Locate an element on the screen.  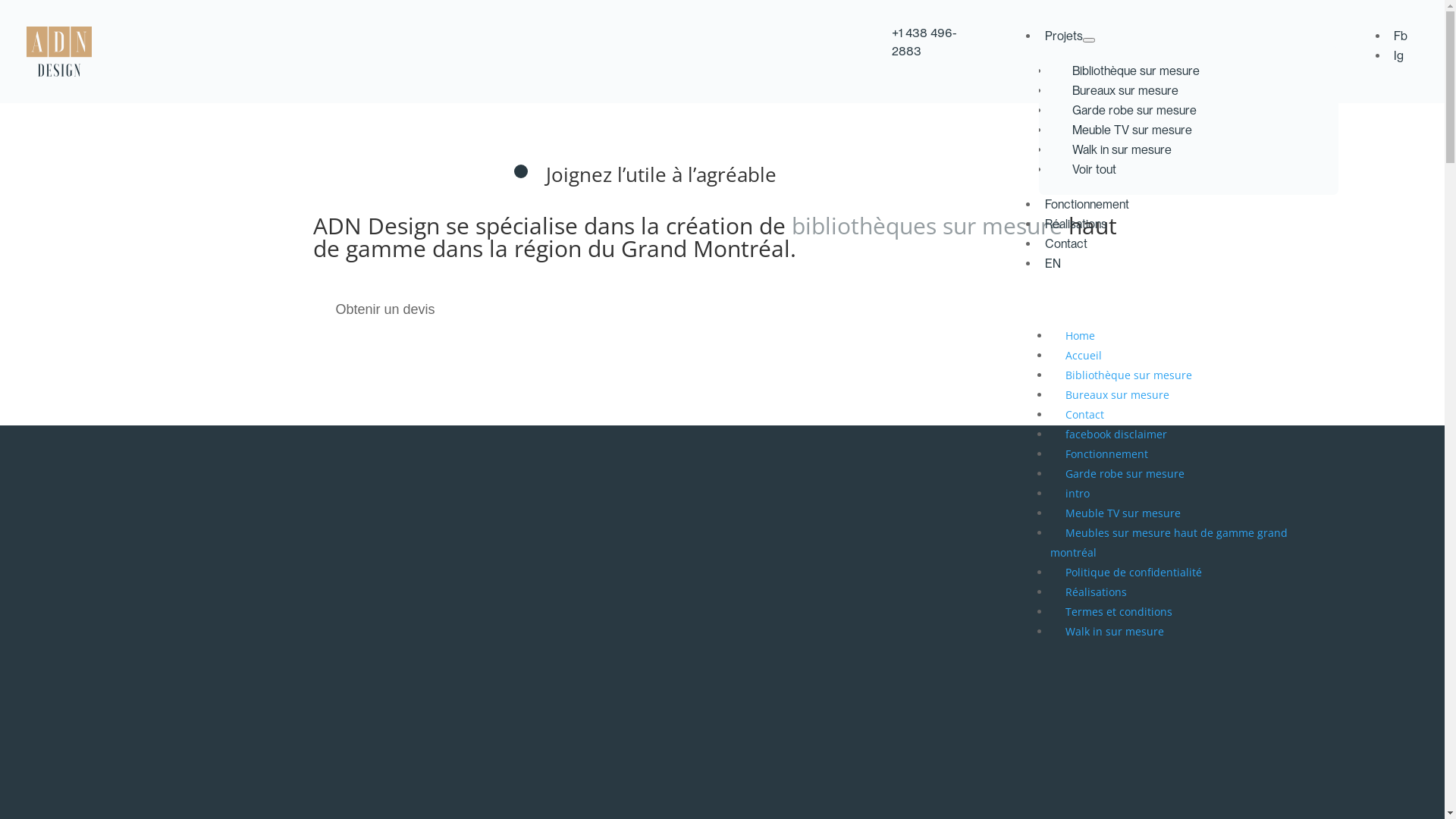
'Accueil' is located at coordinates (1083, 355).